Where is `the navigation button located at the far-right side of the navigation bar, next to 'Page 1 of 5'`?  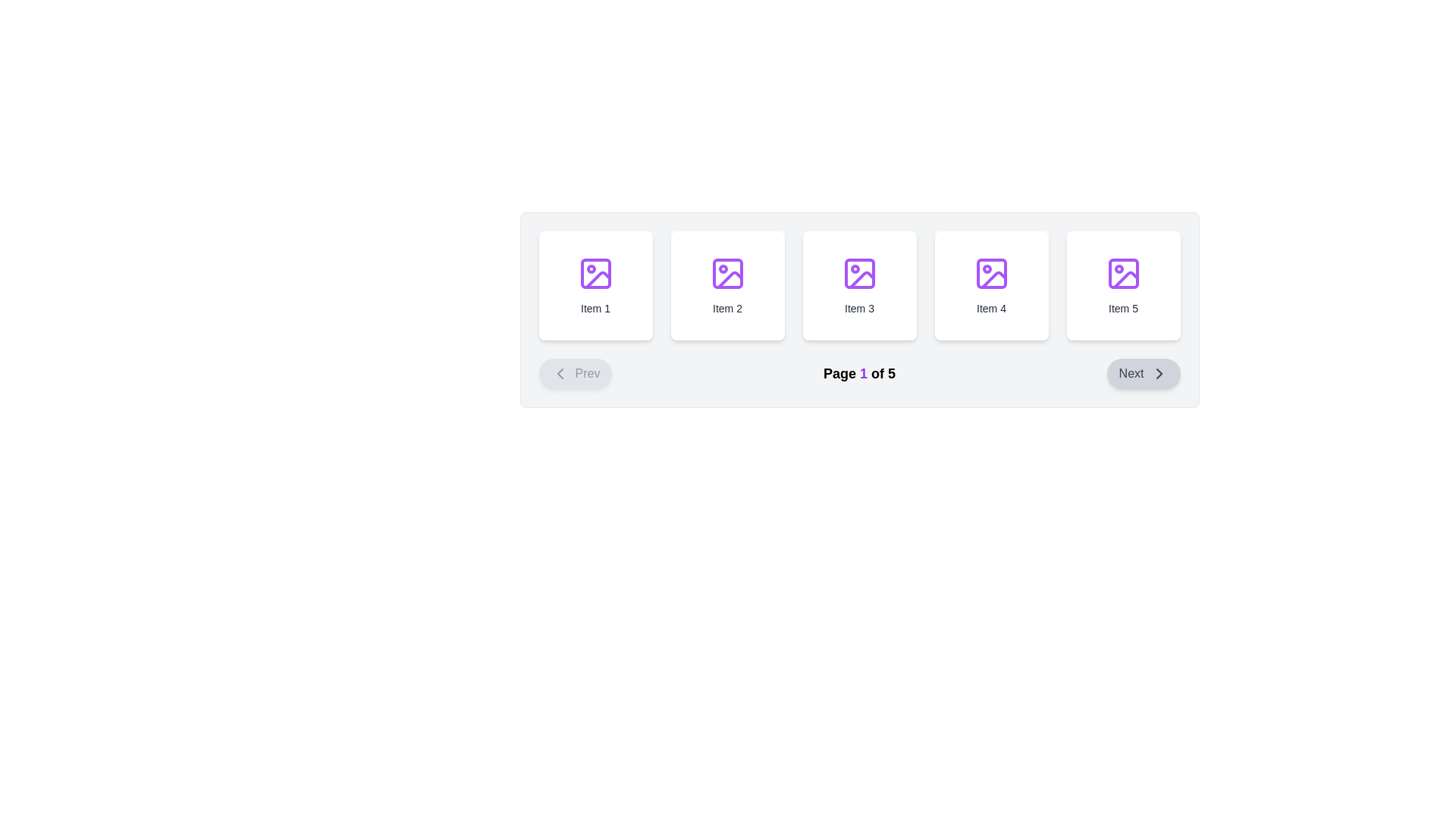 the navigation button located at the far-right side of the navigation bar, next to 'Page 1 of 5' is located at coordinates (1143, 374).